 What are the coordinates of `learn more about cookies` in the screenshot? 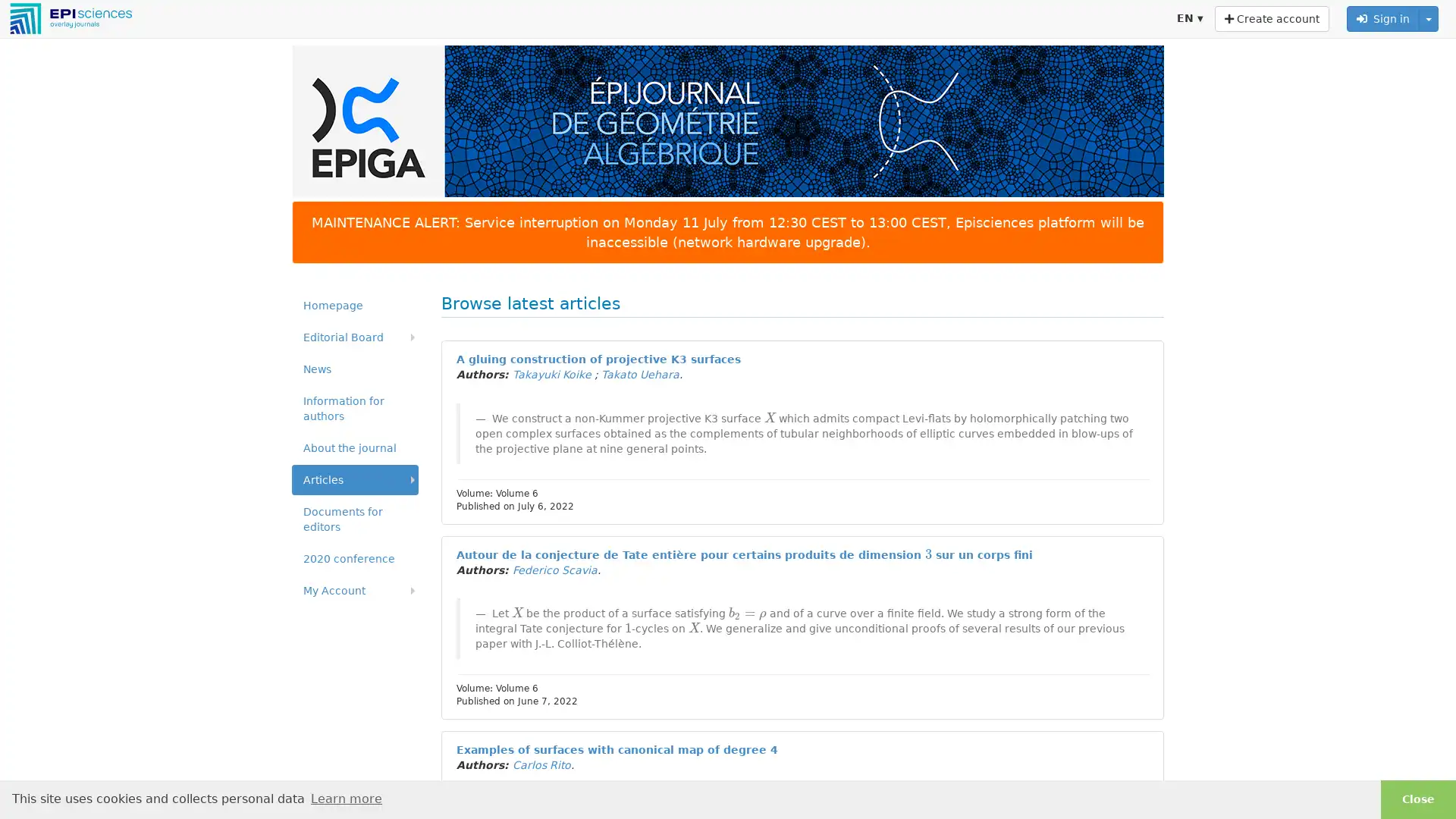 It's located at (345, 798).